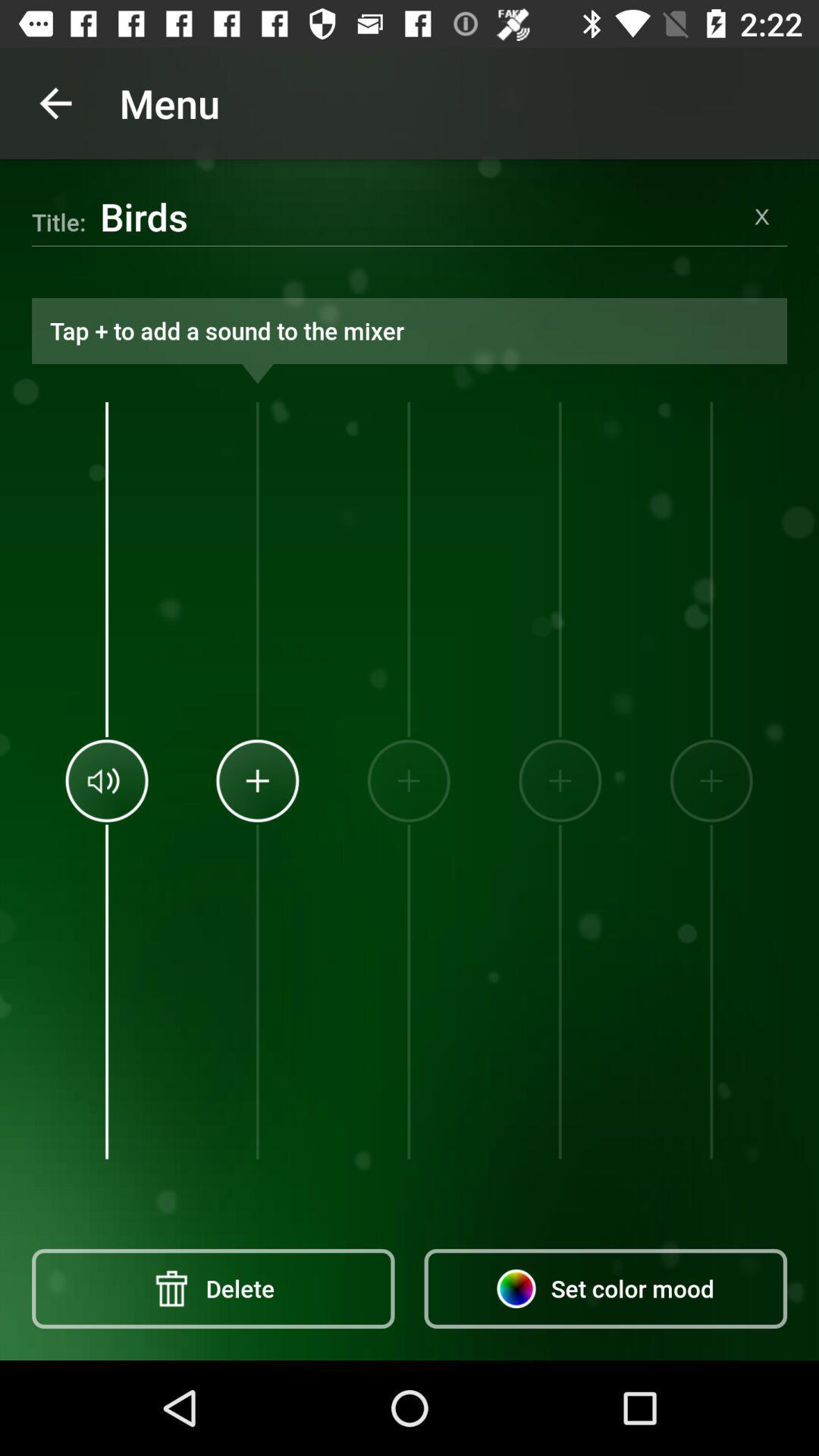 This screenshot has height=1456, width=819. I want to click on the icon above birds, so click(55, 102).